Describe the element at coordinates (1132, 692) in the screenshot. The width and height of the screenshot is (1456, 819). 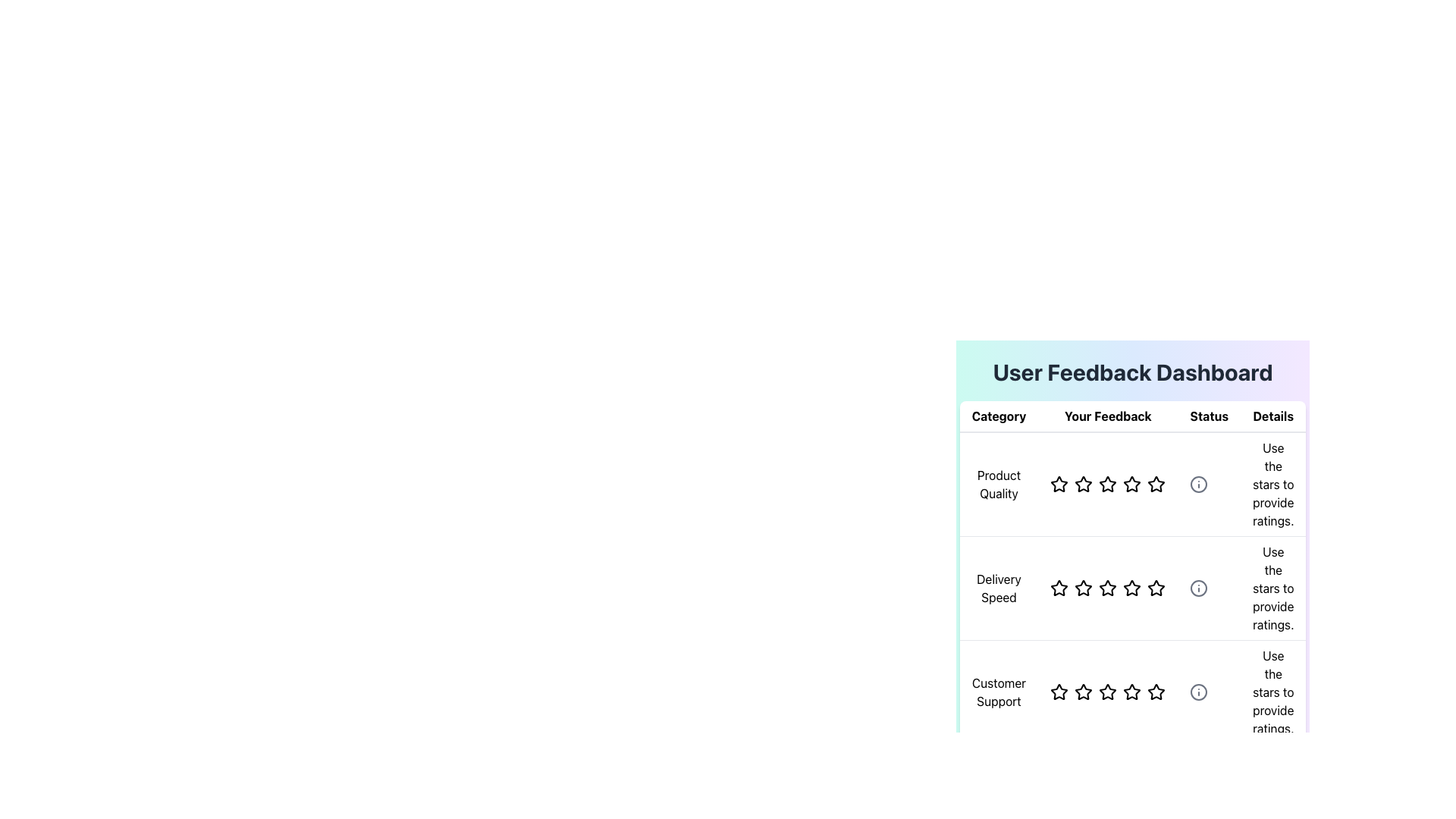
I see `the star rating system in the third row of the 'User Feedback Dashboard' table to provide feedback for the 'Customer Support' category` at that location.